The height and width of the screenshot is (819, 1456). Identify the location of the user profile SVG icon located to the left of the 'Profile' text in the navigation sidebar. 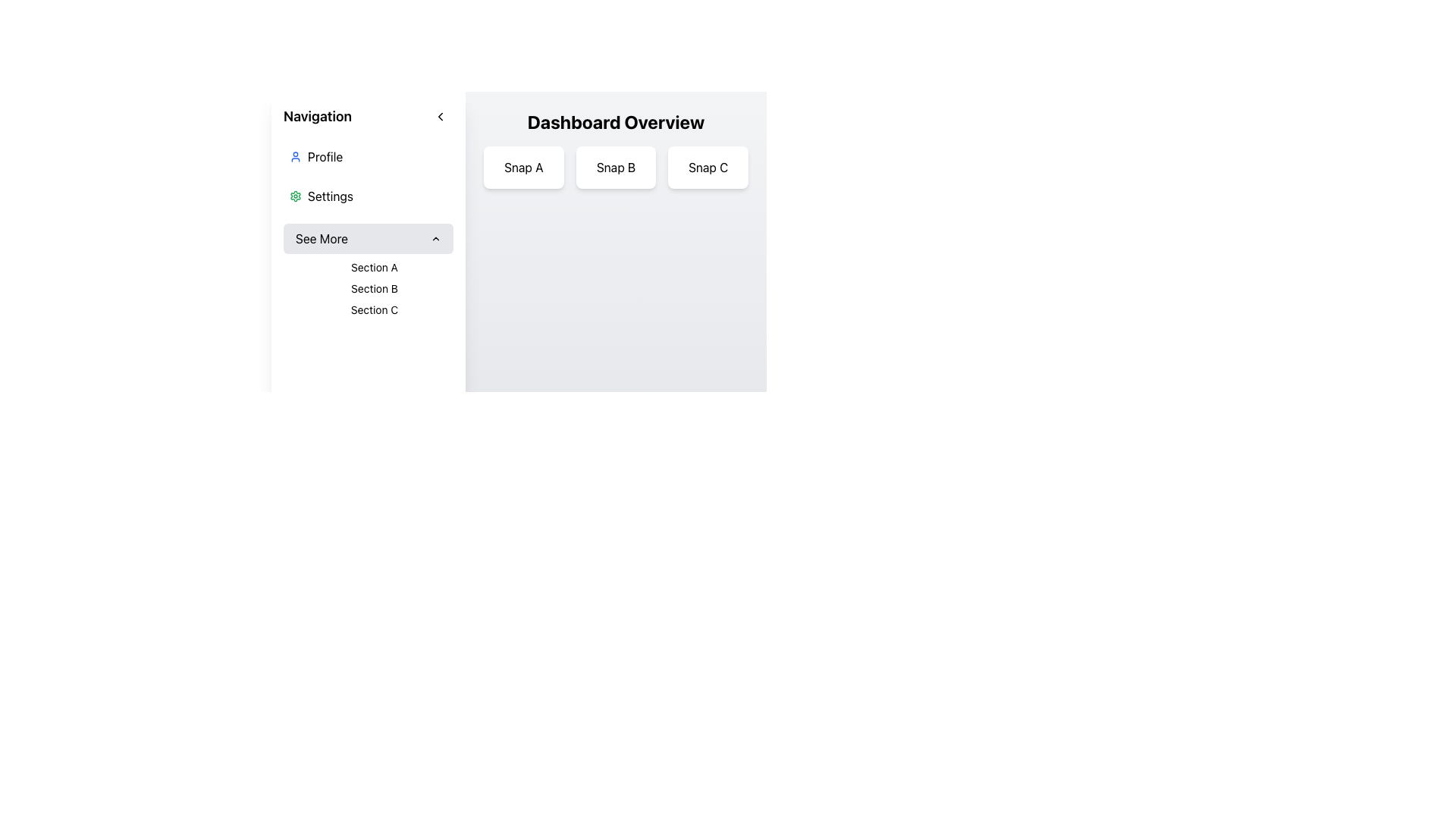
(295, 157).